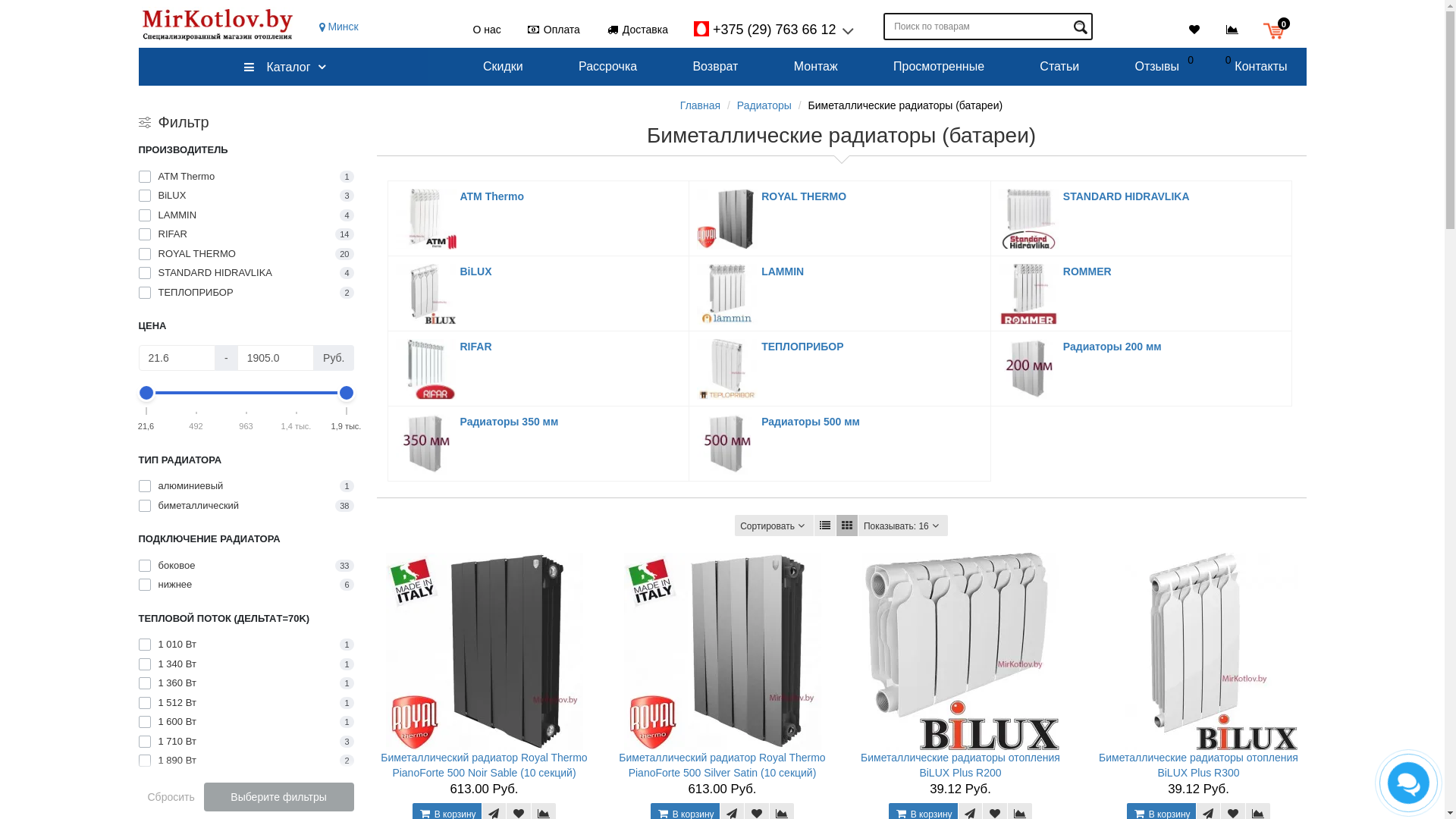 Image resolution: width=1456 pixels, height=819 pixels. What do you see at coordinates (138, 234) in the screenshot?
I see `'RIFAR` at bounding box center [138, 234].